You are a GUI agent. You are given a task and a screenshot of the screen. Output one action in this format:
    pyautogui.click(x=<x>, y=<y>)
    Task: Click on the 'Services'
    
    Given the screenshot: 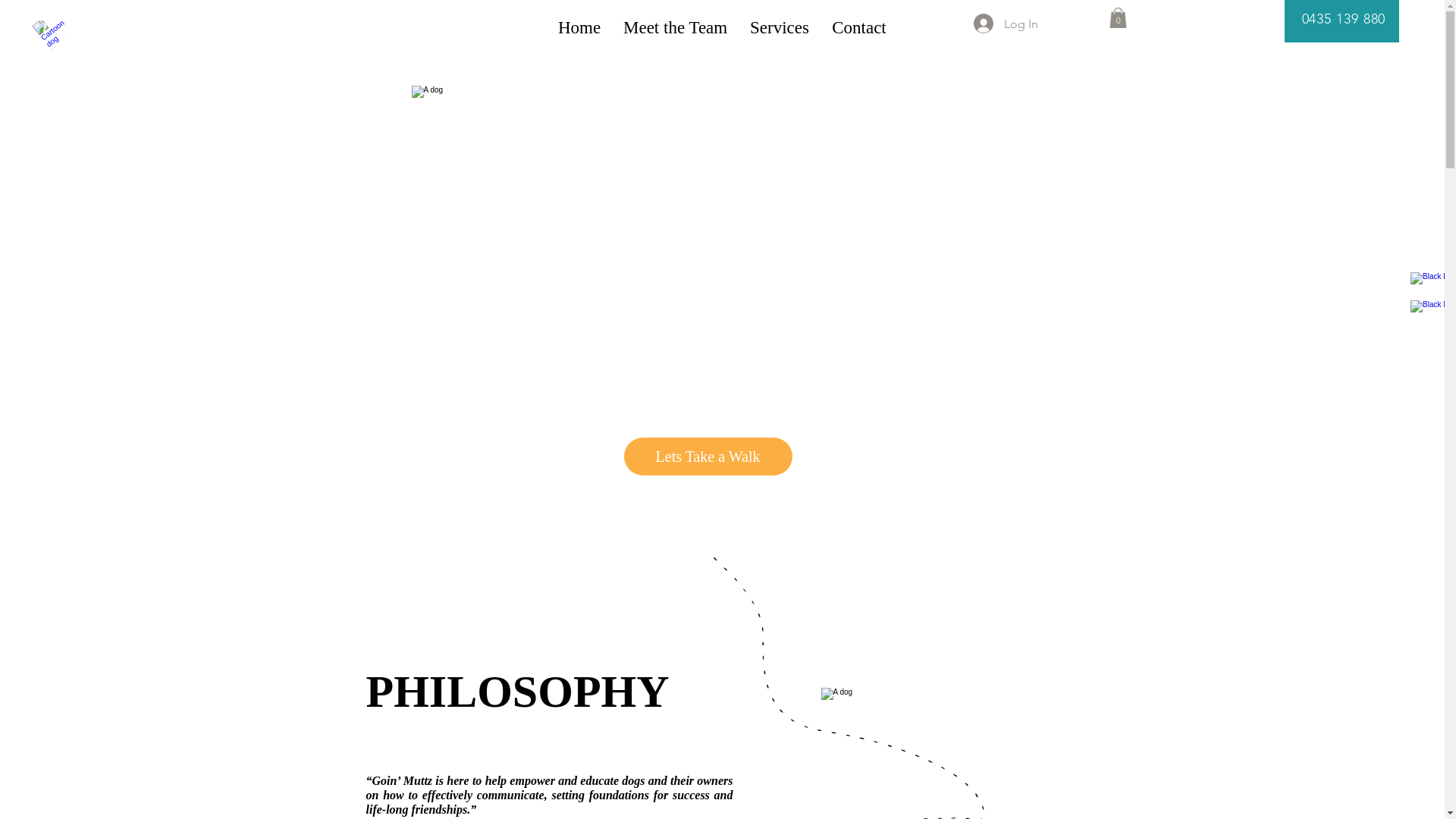 What is the action you would take?
    pyautogui.click(x=739, y=28)
    